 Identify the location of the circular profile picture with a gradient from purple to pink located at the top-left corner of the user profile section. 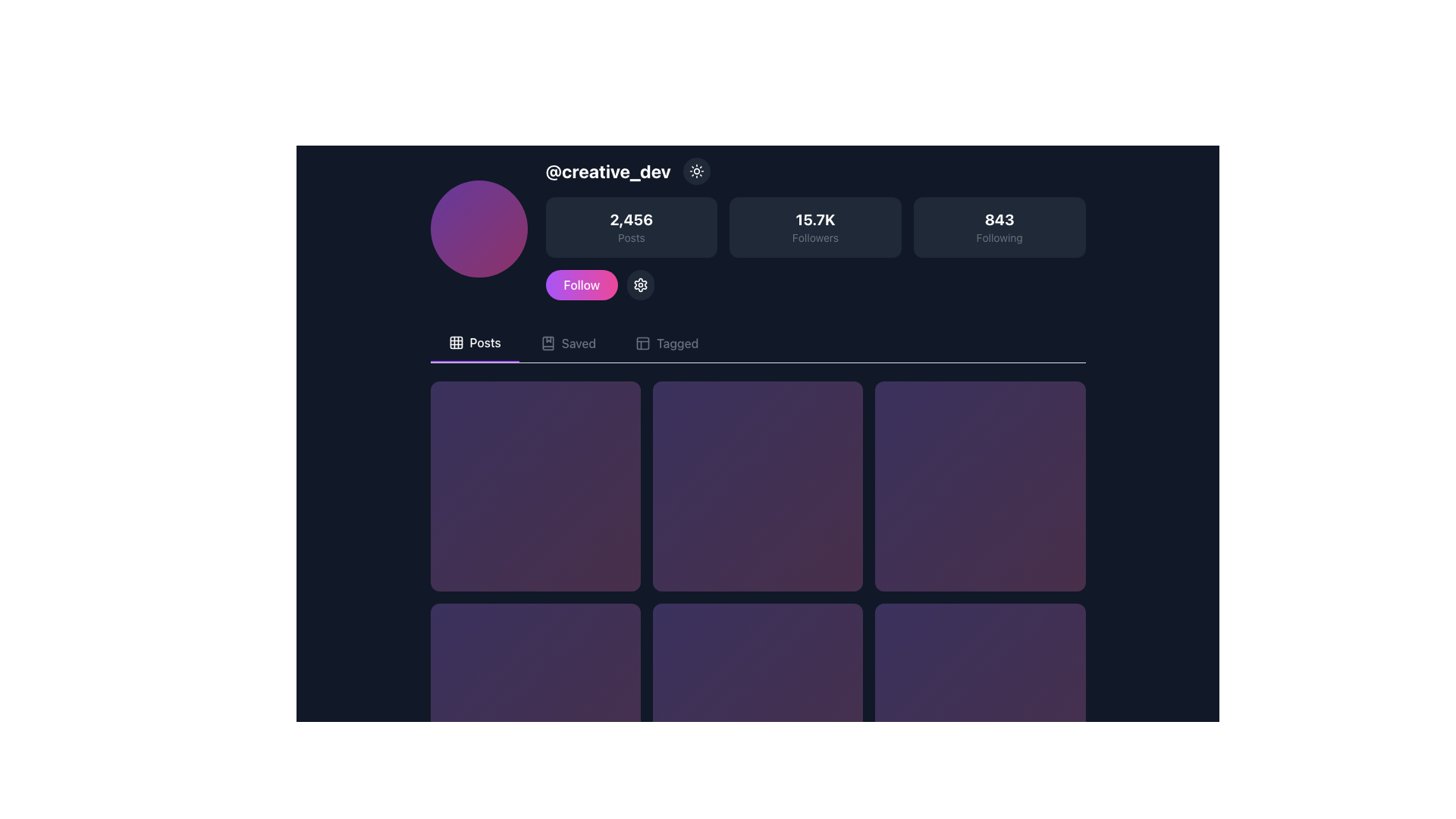
(478, 228).